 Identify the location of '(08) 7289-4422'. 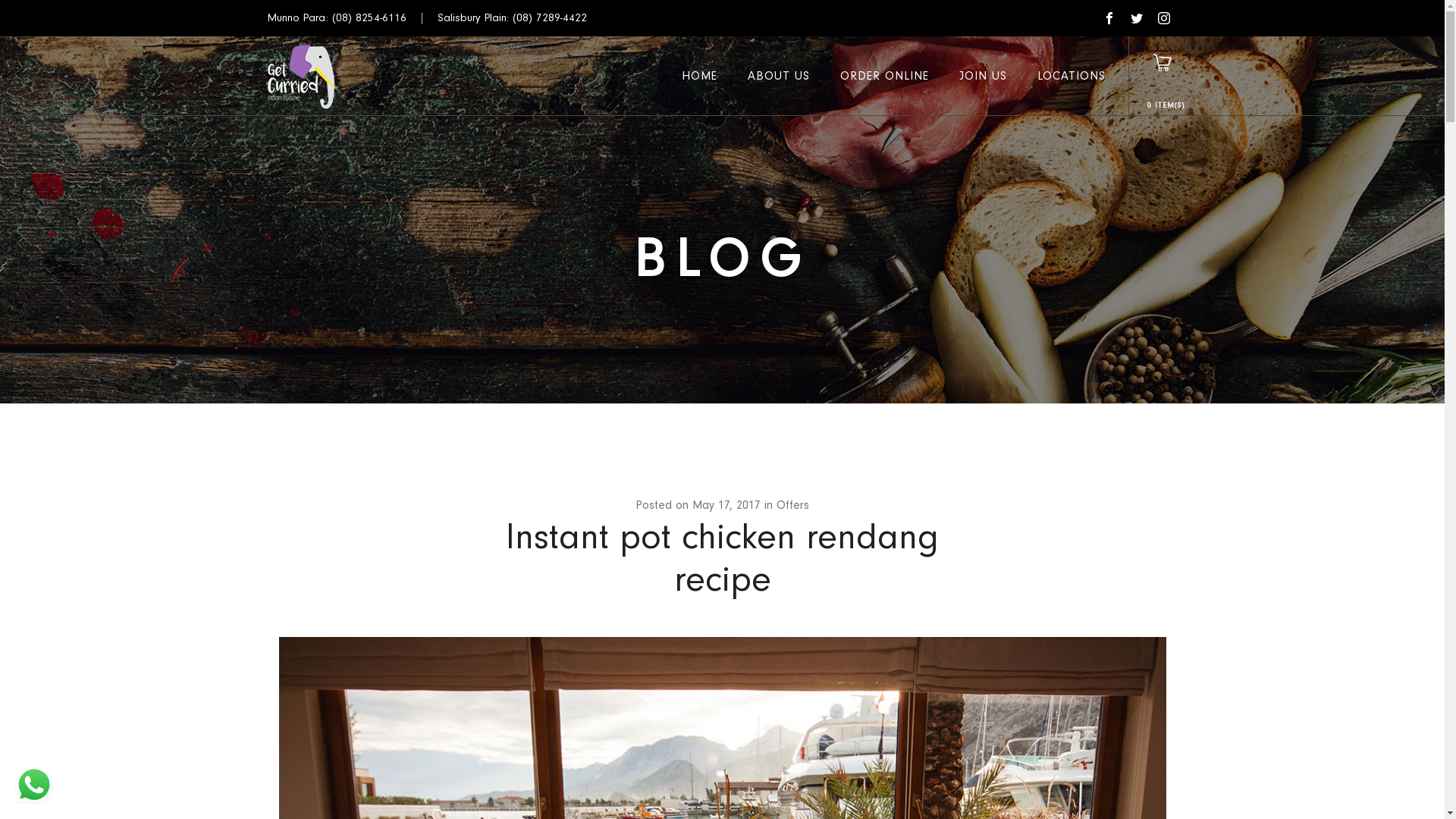
(548, 17).